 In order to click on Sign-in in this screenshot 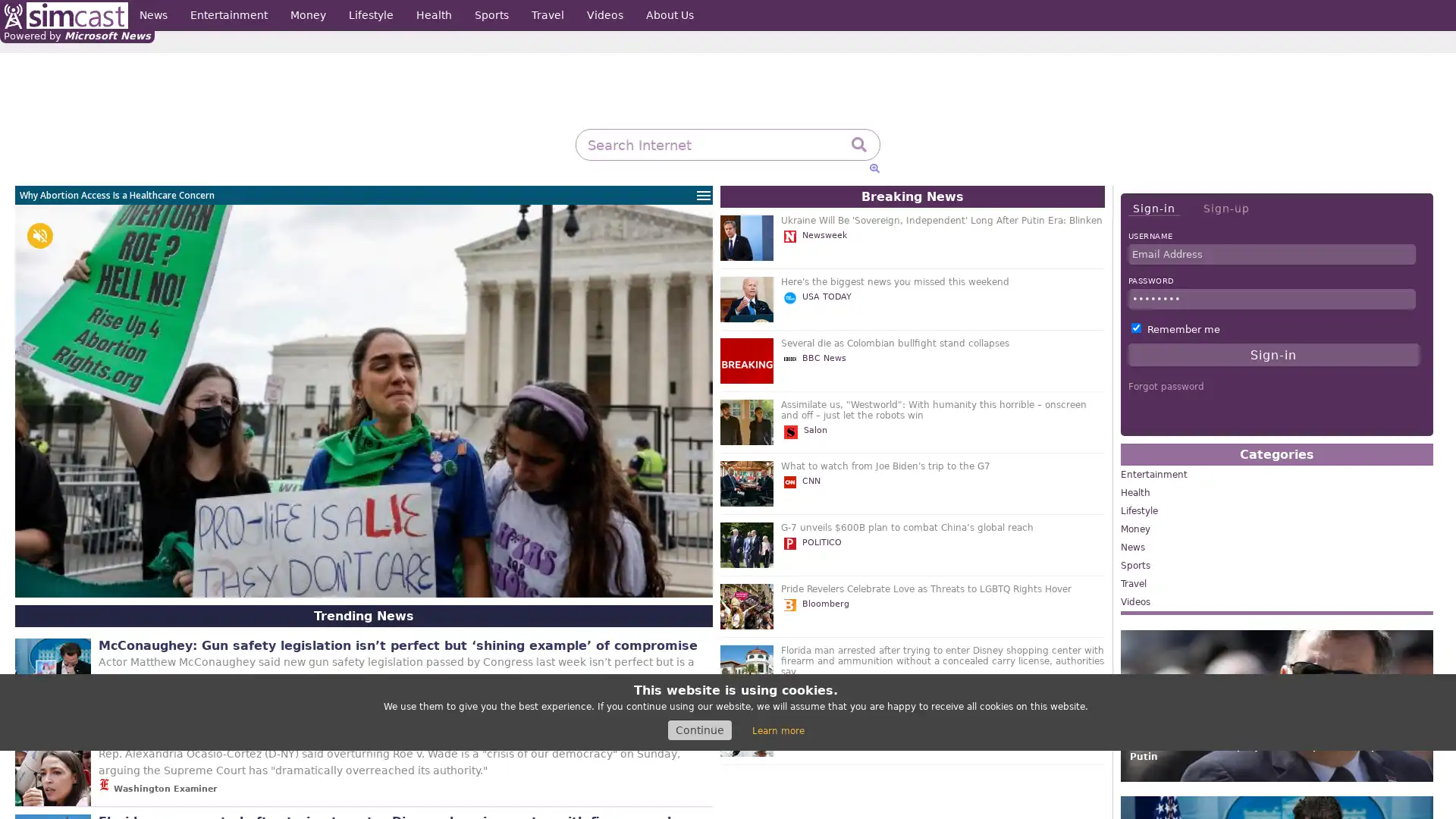, I will do `click(1273, 354)`.